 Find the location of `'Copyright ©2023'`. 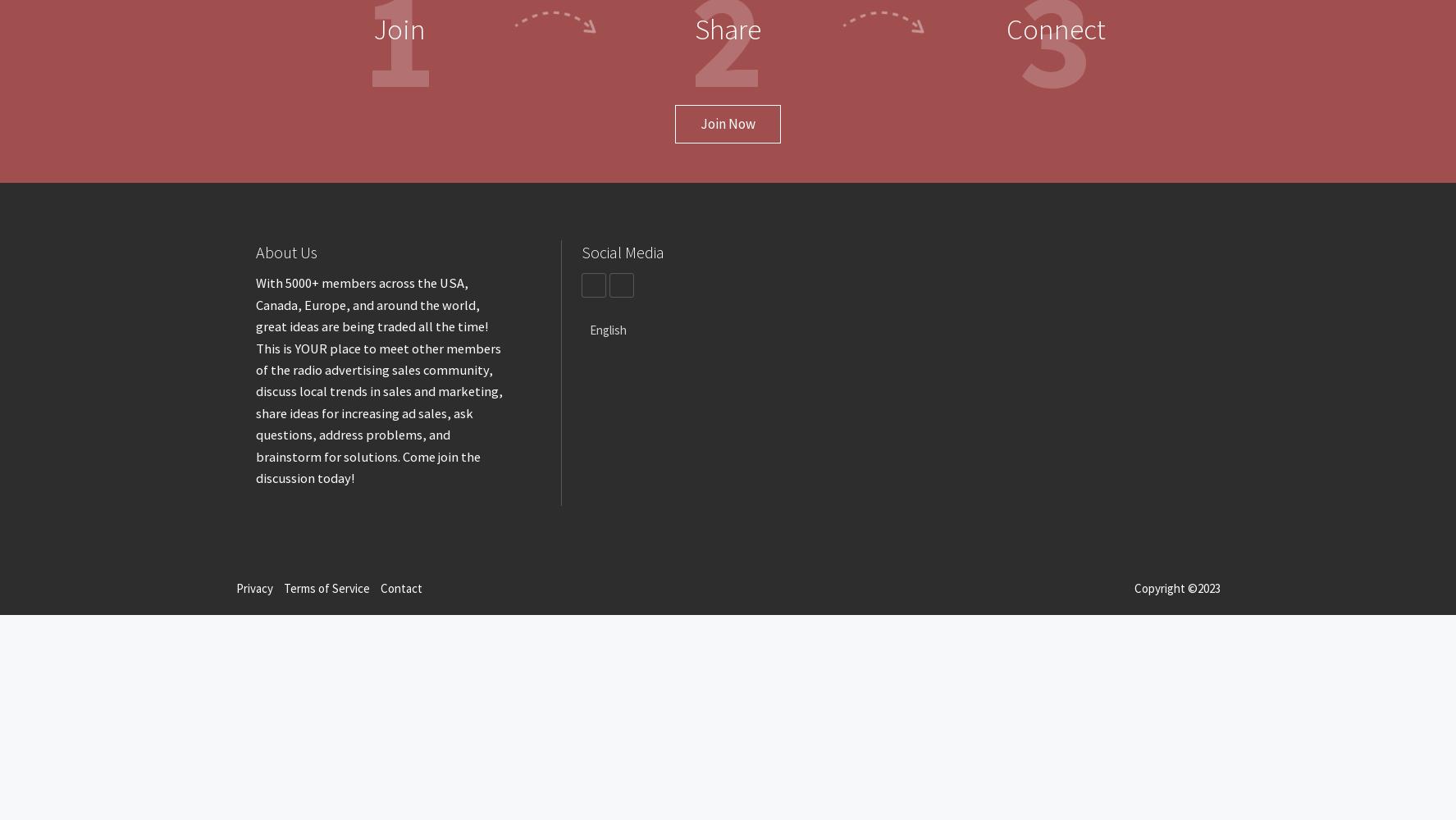

'Copyright ©2023' is located at coordinates (1134, 587).